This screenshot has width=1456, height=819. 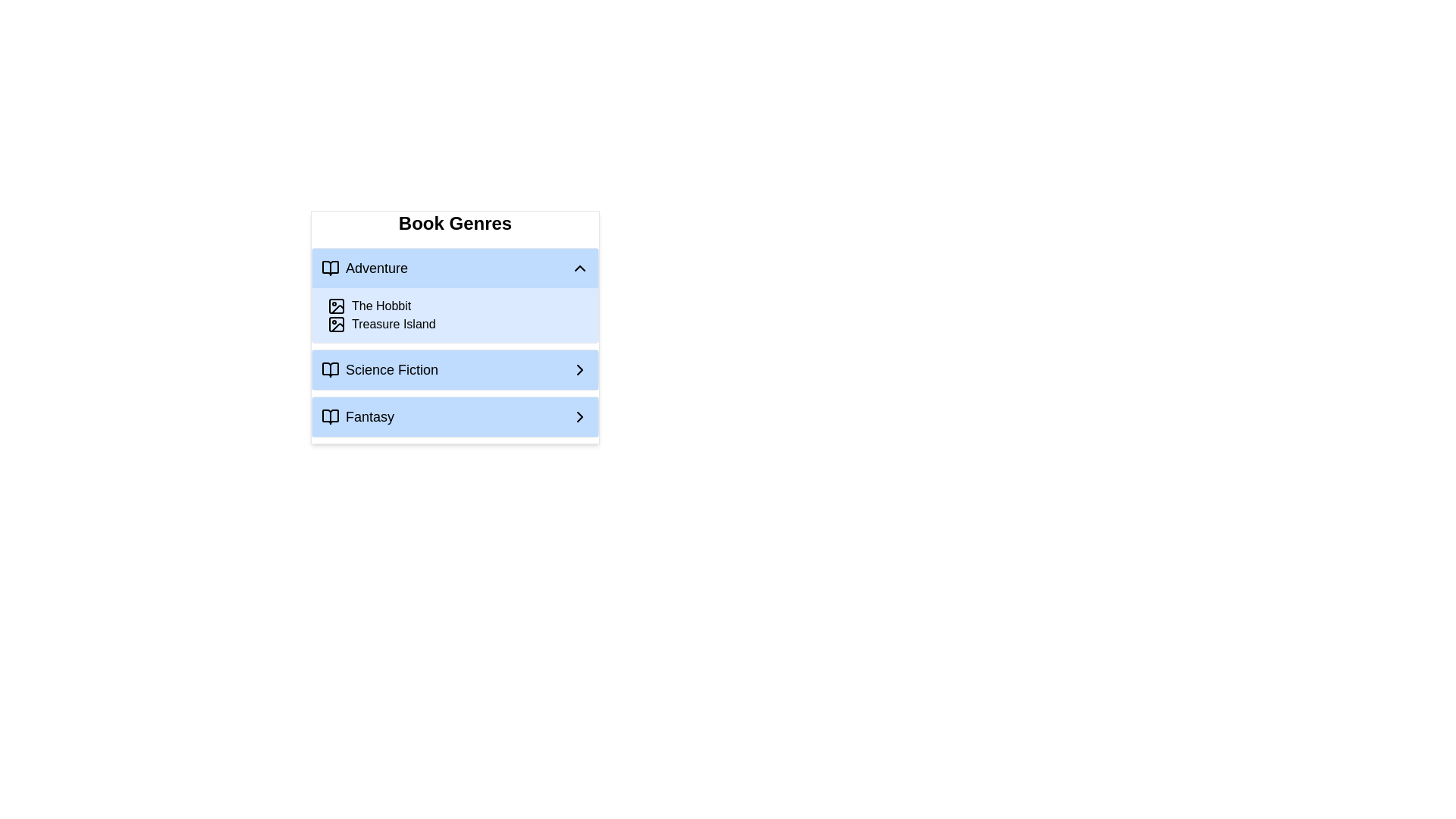 I want to click on the icon representing a book opened in the middle, located to the left of the header text in the 'Fantasy' row of the 'Book Genres' interface, so click(x=330, y=417).